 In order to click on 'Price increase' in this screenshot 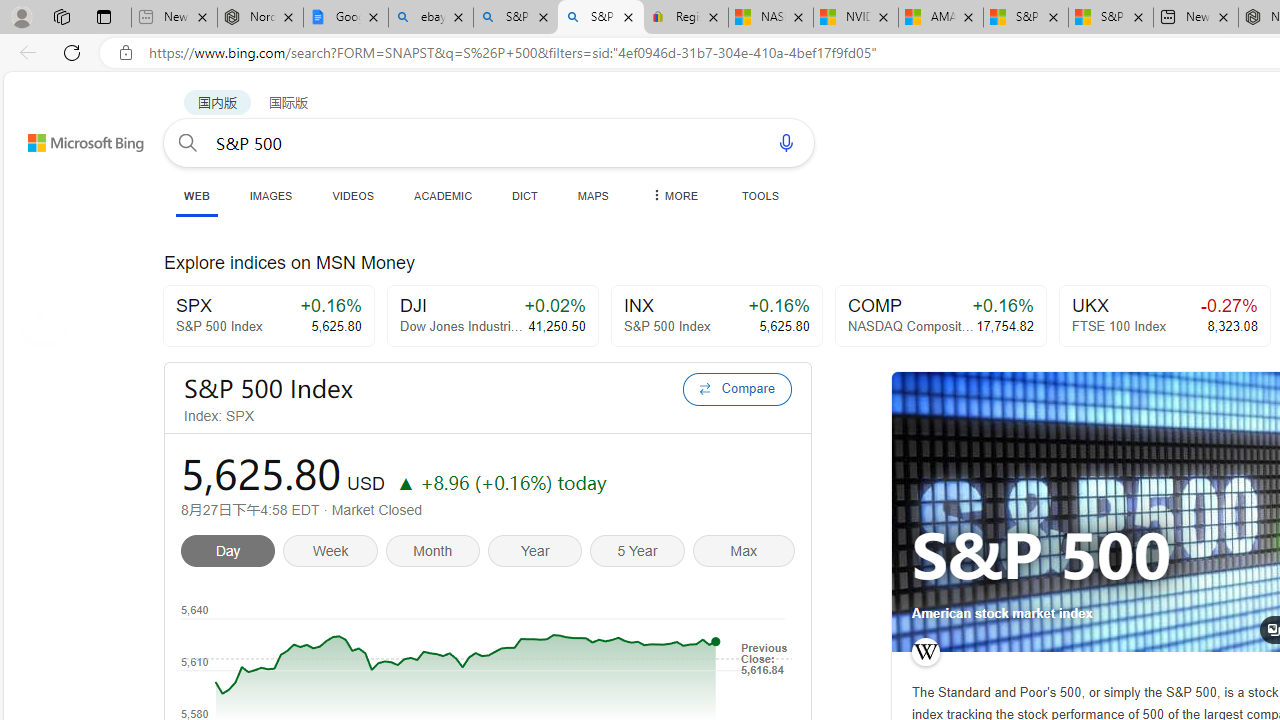, I will do `click(404, 482)`.